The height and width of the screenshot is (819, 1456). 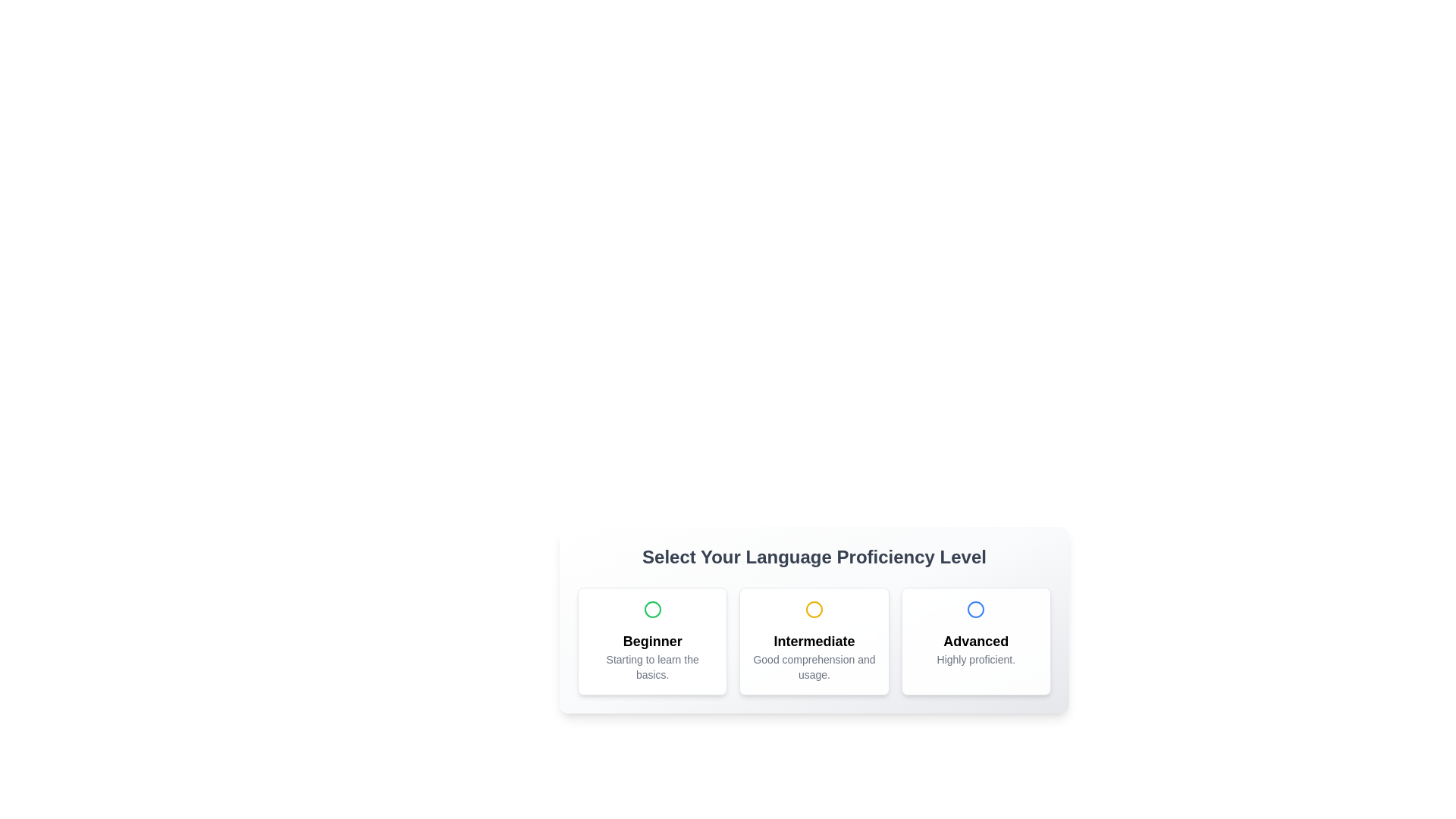 I want to click on the Decorative icon, a circular shape with a blue outline and a white center, located in the bottom-right area of the display, representing the 'Advanced' proficiency level, so click(x=976, y=608).